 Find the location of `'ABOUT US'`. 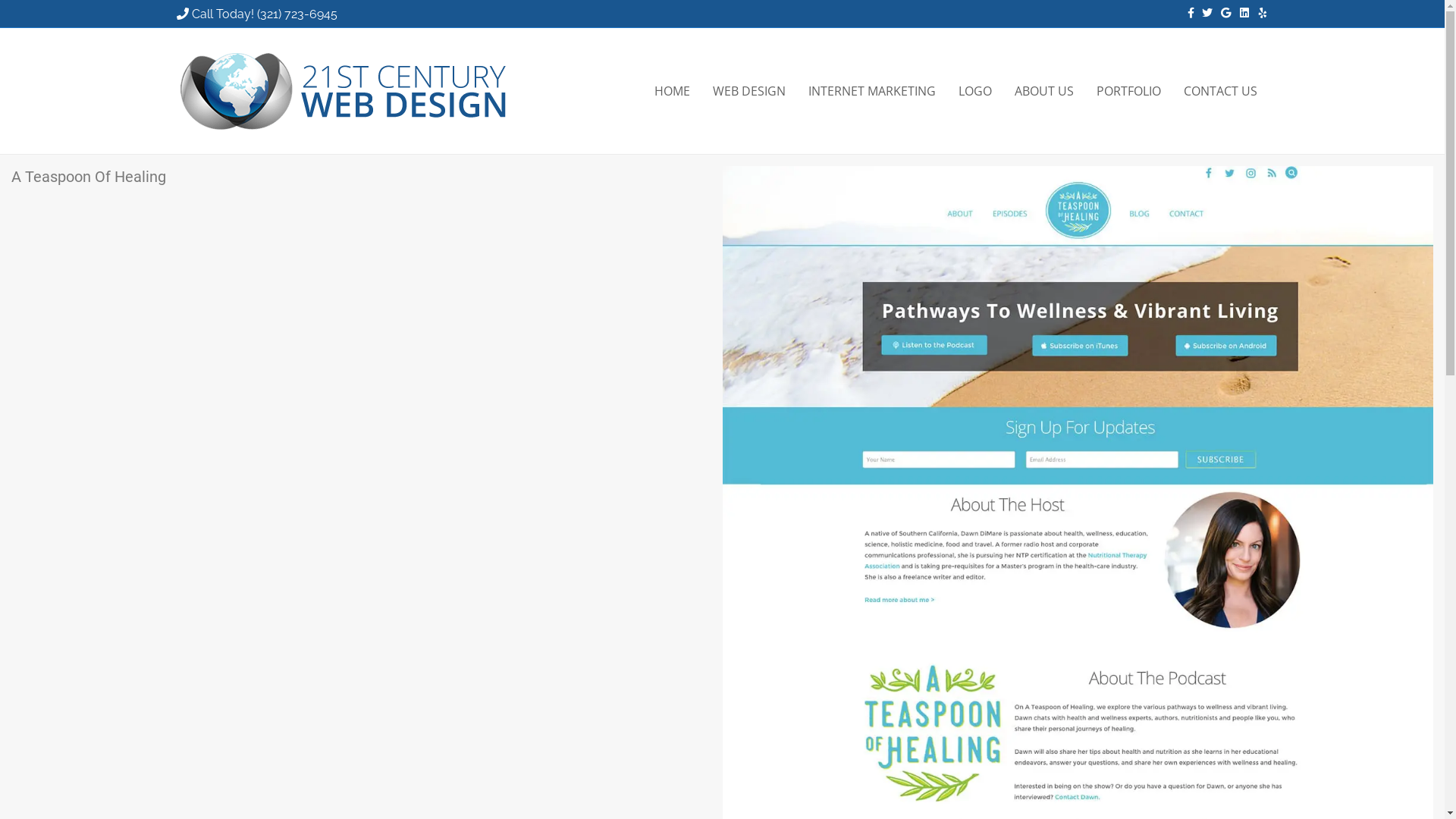

'ABOUT US' is located at coordinates (1043, 90).